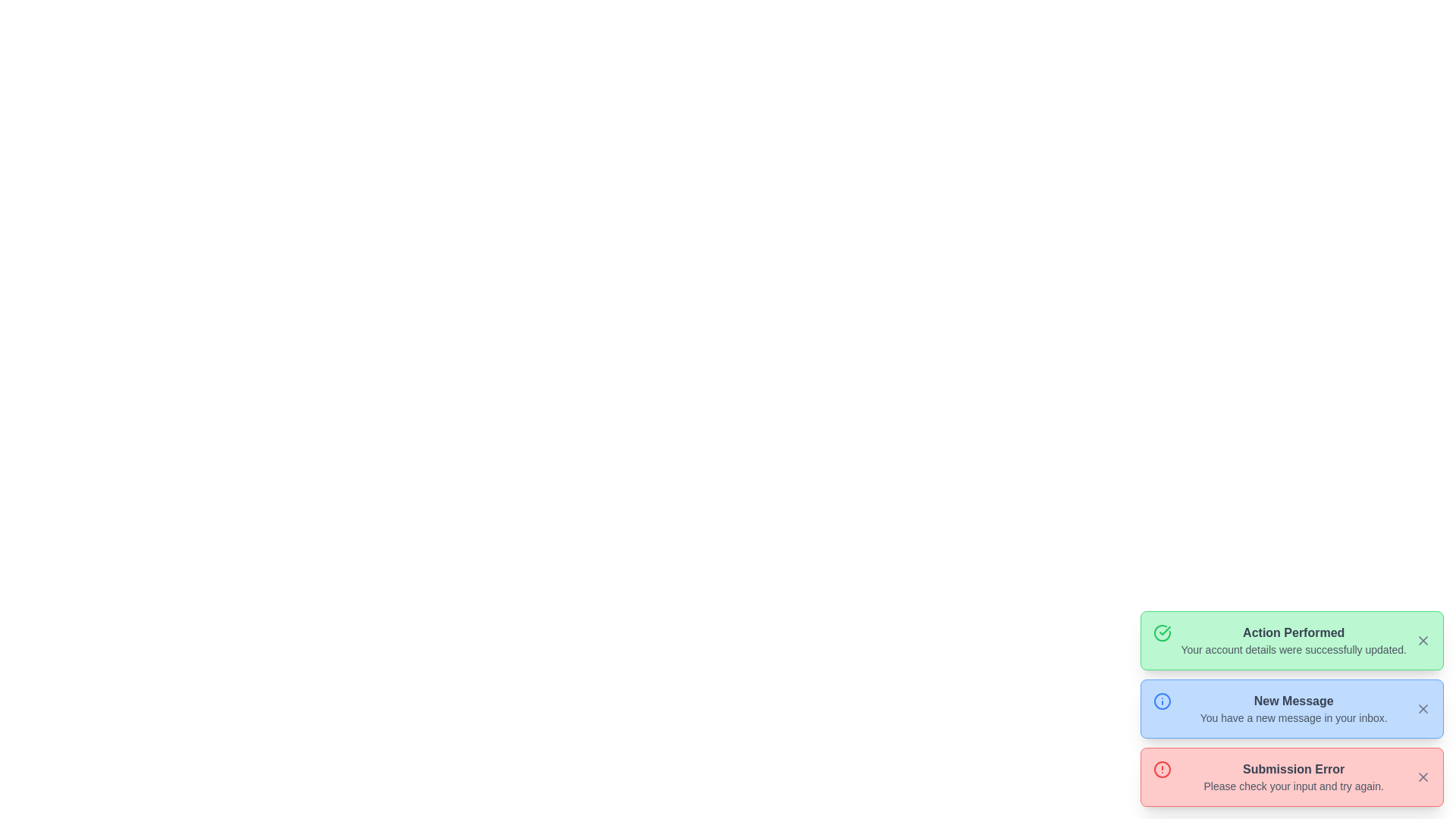 This screenshot has height=819, width=1456. I want to click on the error notification message block located inside a red-bordered, rounded rectangle at the bottom of a list of message boxes, so click(1293, 777).